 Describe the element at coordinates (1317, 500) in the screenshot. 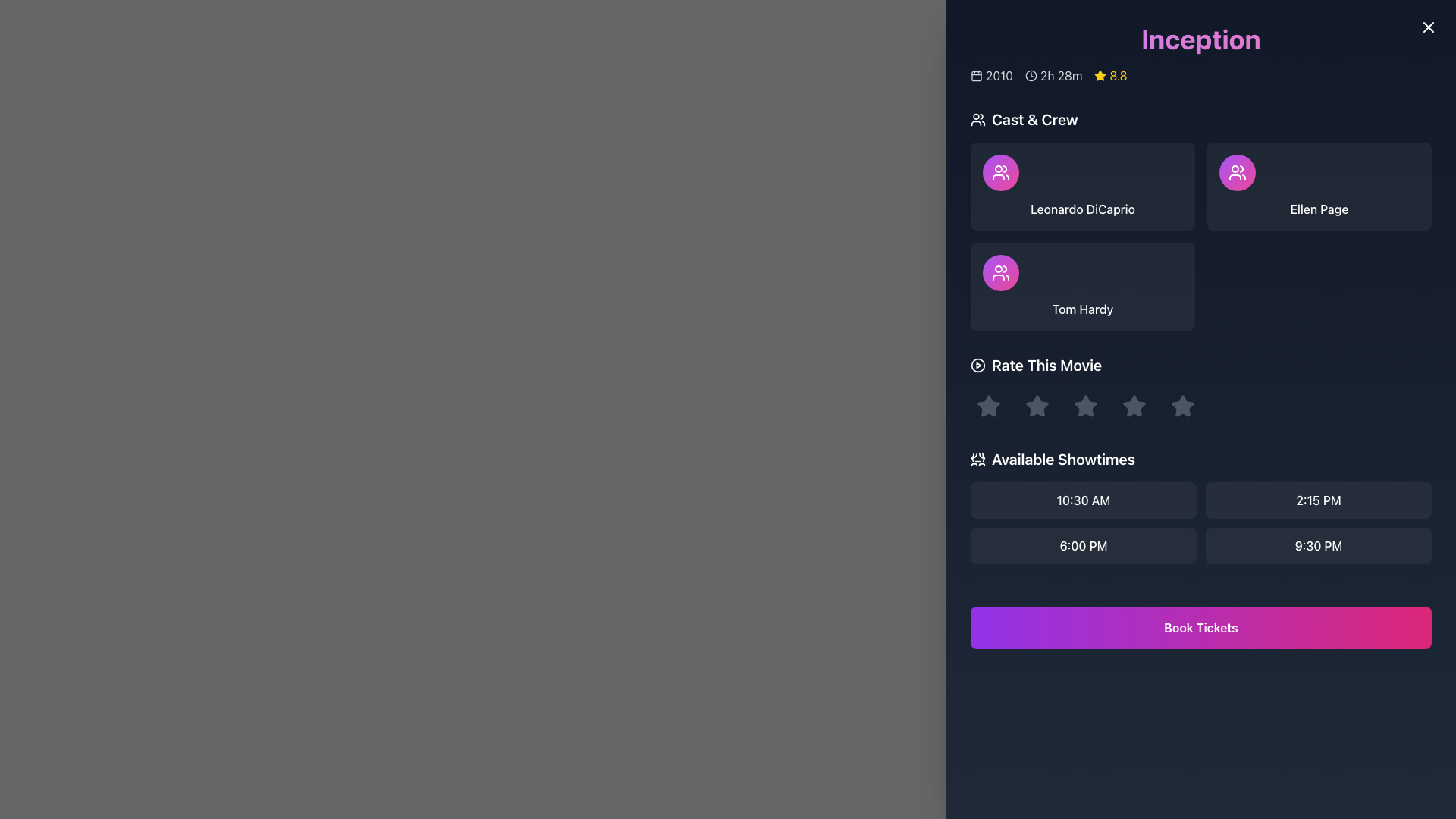

I see `the time button displaying '2:15 PM', which is located in the first row and second column of the grid layout` at that location.